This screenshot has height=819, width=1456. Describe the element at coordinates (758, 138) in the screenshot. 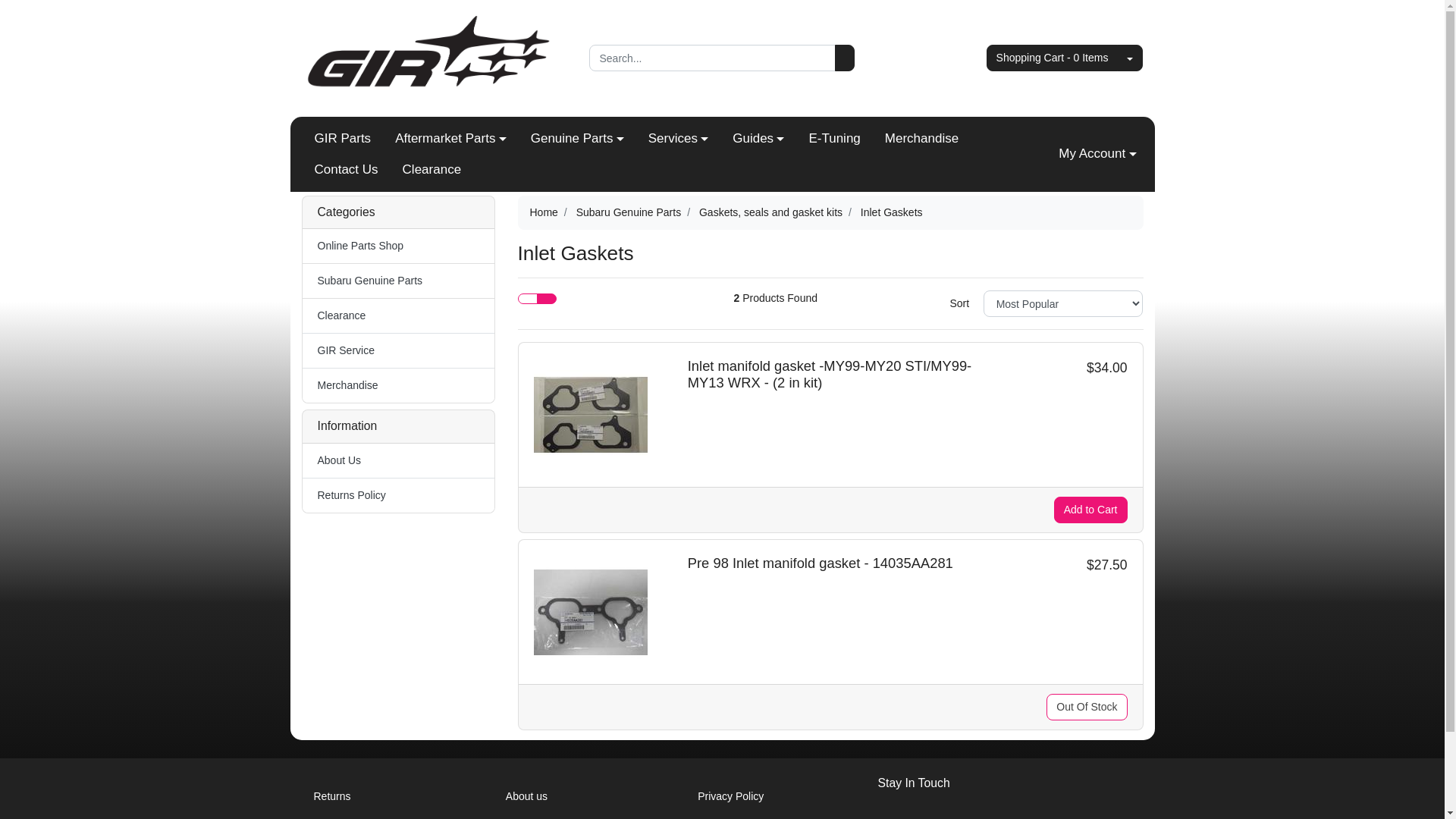

I see `'Guides'` at that location.